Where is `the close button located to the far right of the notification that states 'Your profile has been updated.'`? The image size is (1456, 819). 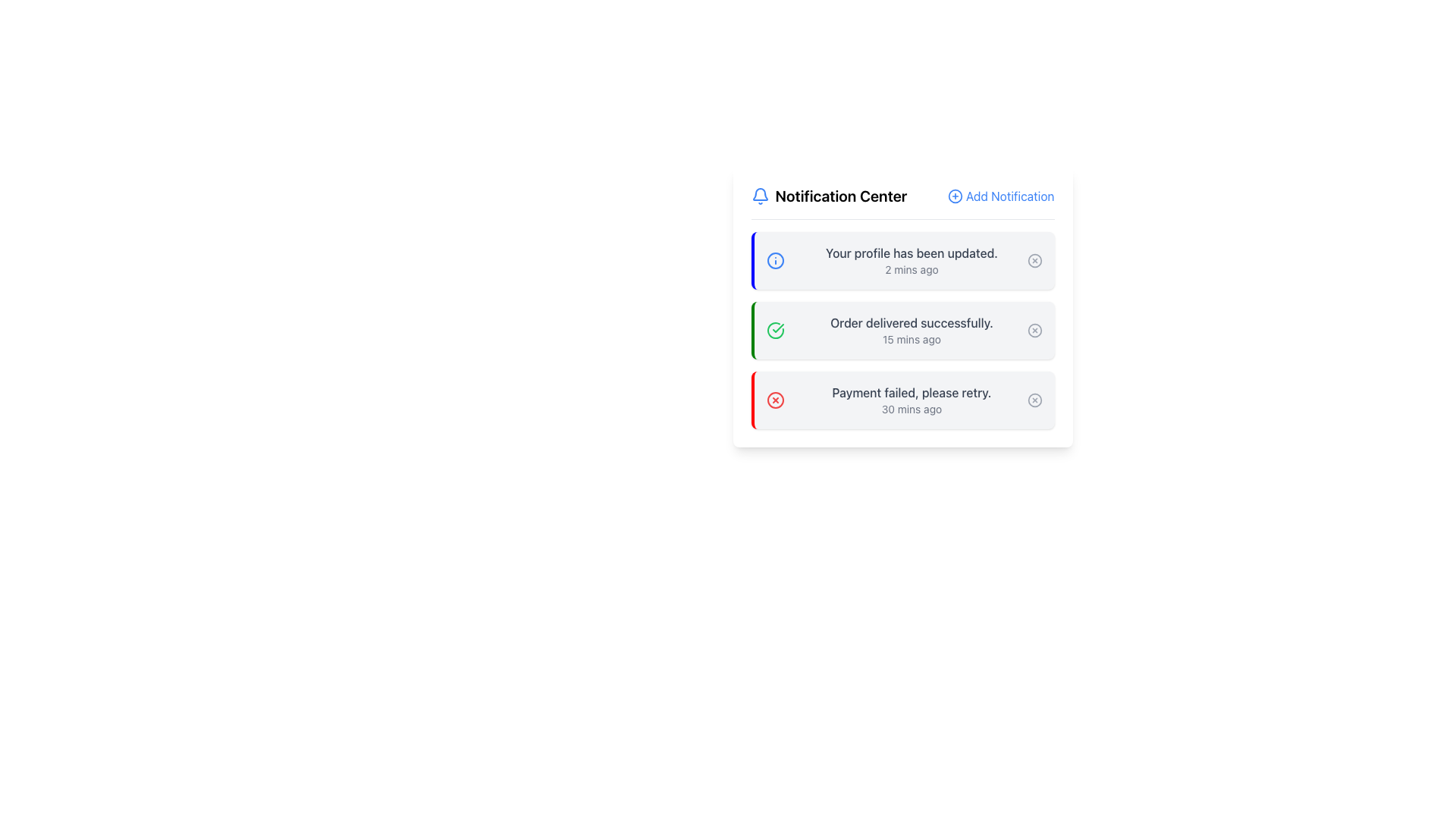
the close button located to the far right of the notification that states 'Your profile has been updated.' is located at coordinates (1034, 259).